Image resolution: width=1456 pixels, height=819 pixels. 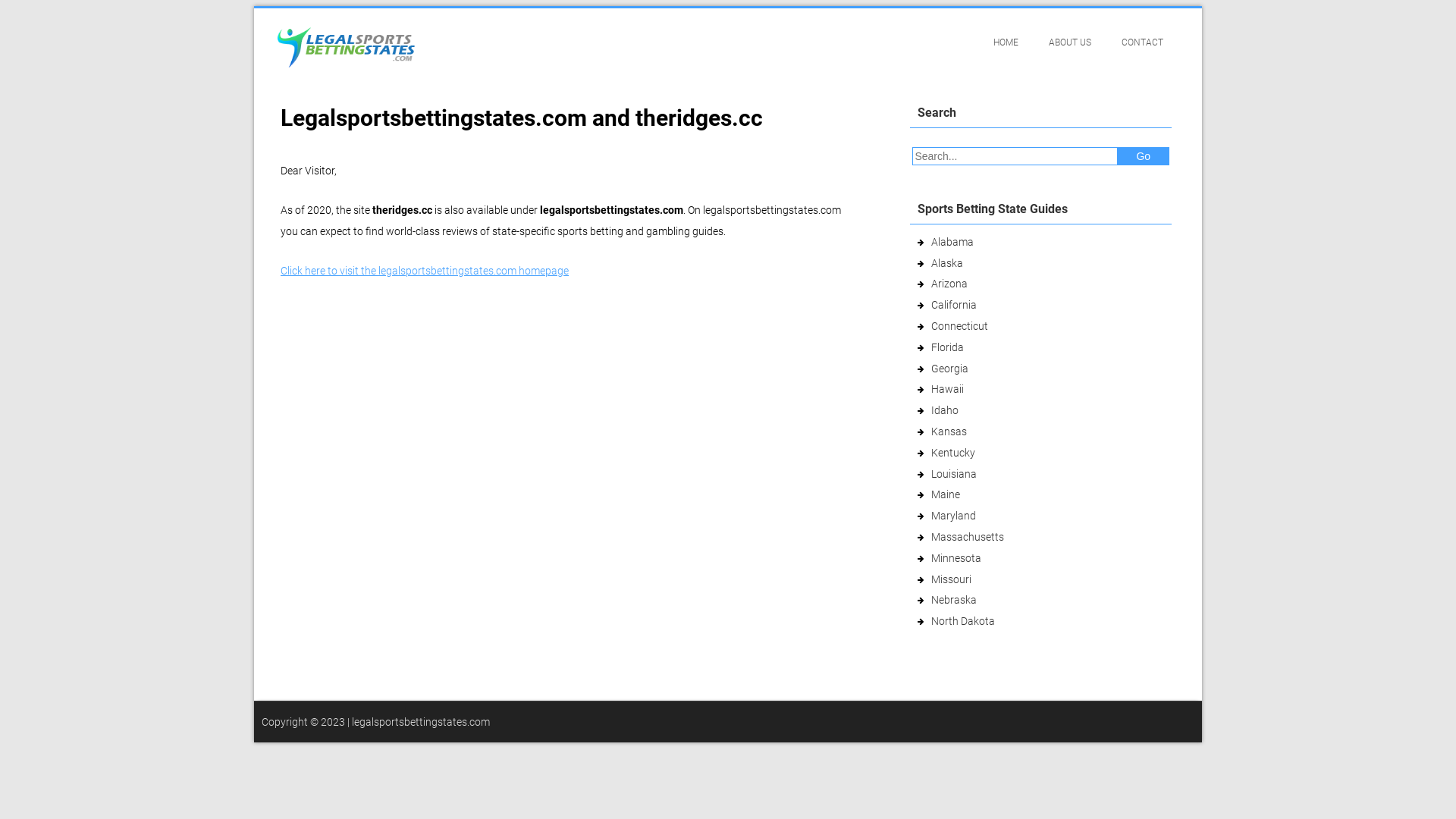 I want to click on 'Florida', so click(x=946, y=347).